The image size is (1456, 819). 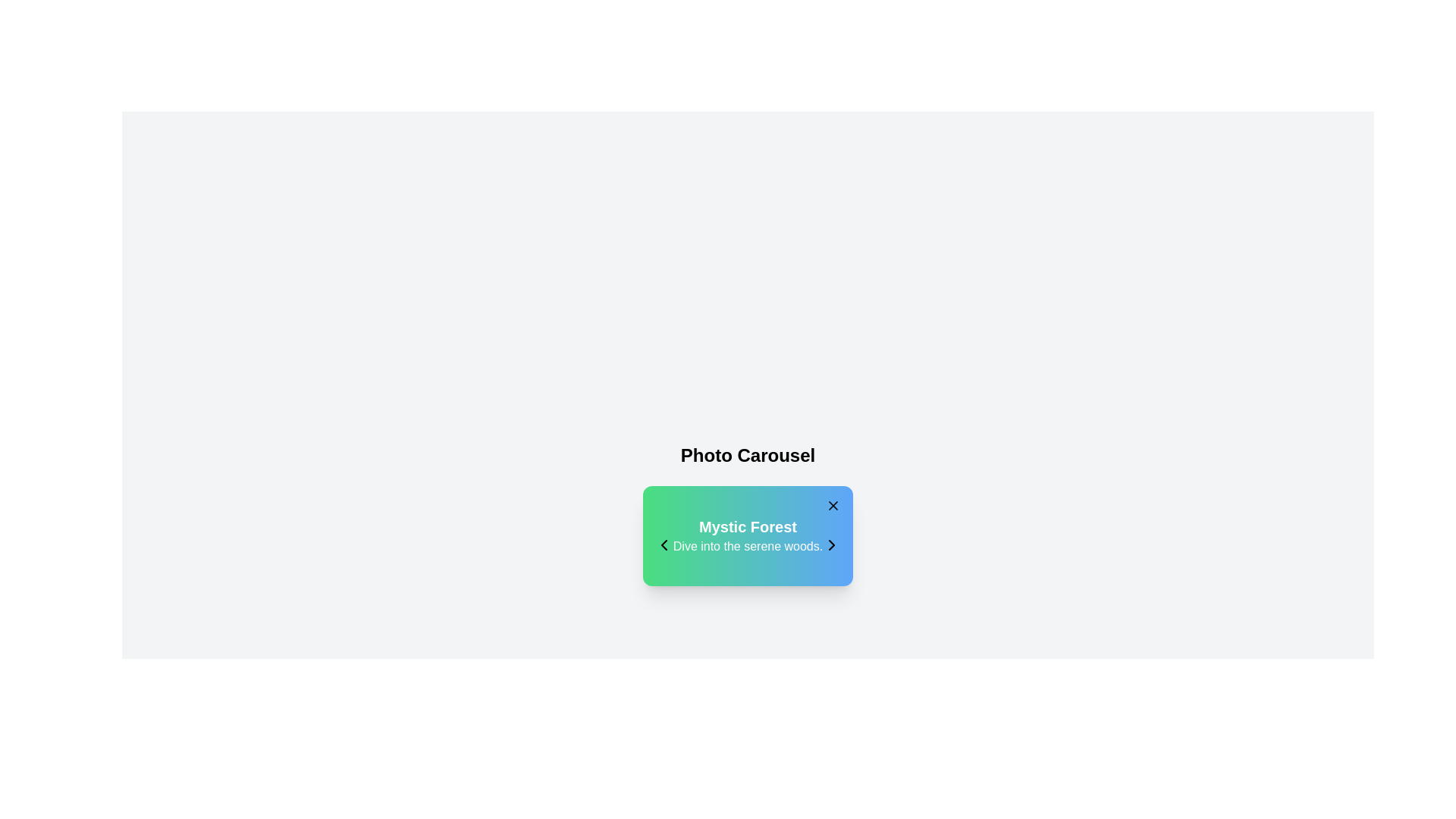 What do you see at coordinates (664, 544) in the screenshot?
I see `the leftward-pointing chevron icon within the green-blue gradient dialog box near the bottom center, associated with the text 'Mystic Forest'` at bounding box center [664, 544].